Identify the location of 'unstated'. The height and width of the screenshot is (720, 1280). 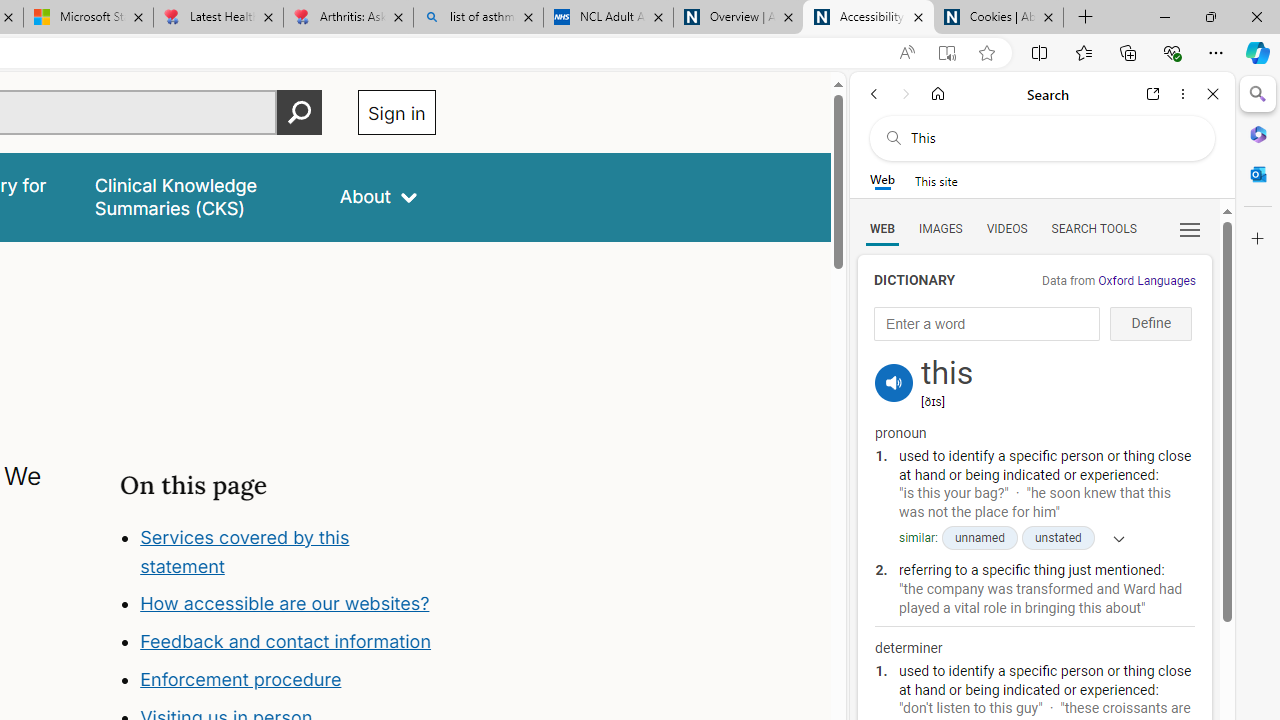
(1056, 537).